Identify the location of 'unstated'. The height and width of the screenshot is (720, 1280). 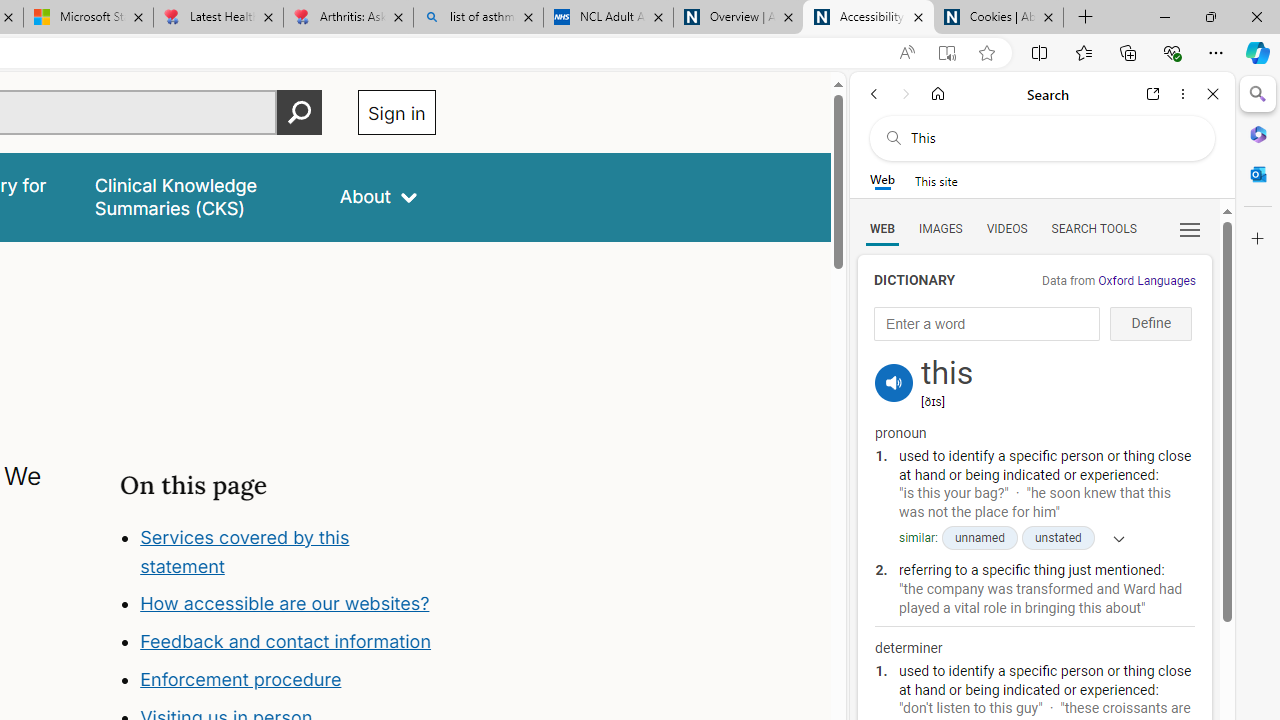
(1056, 537).